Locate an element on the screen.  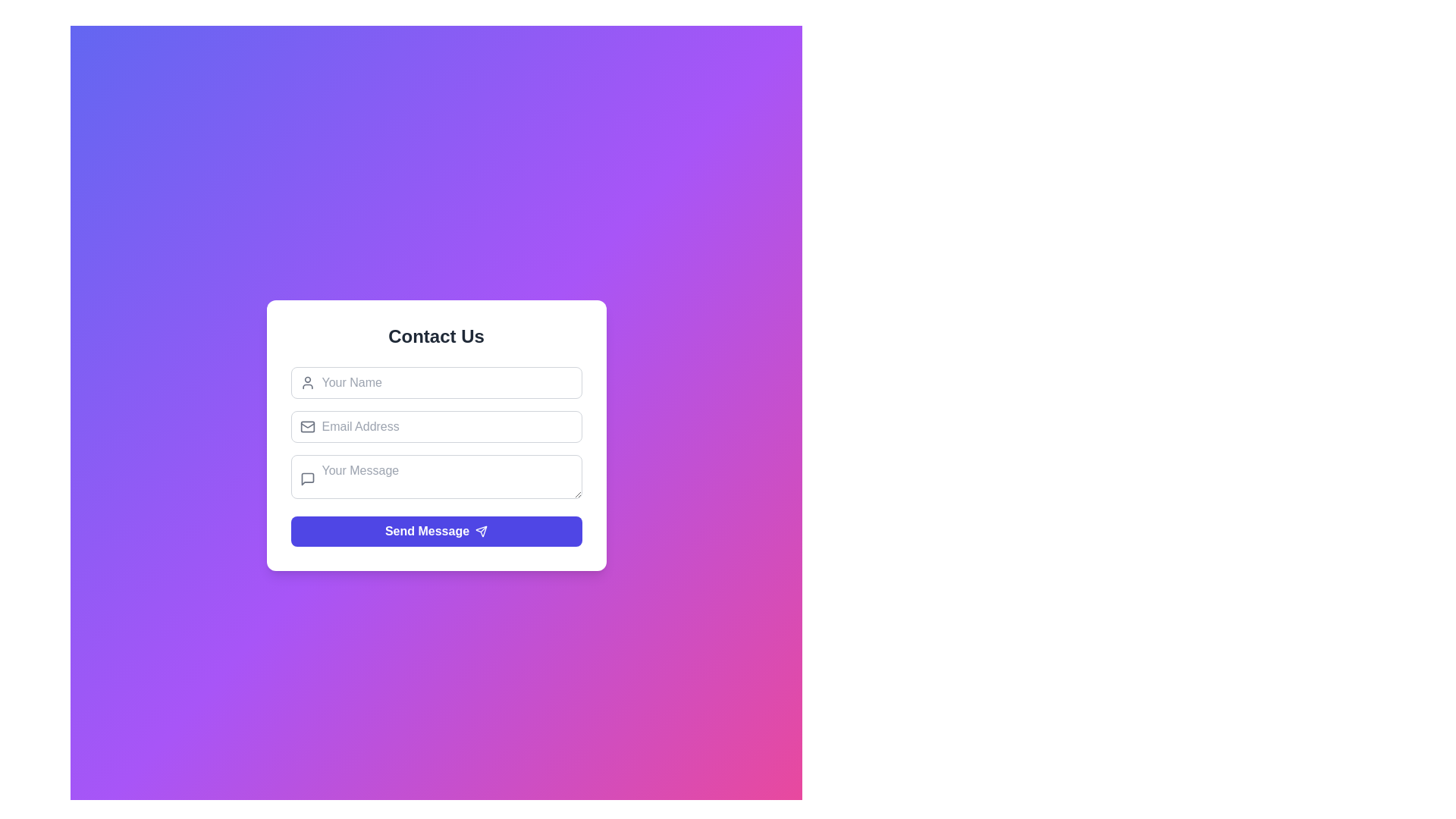
the triangular graphical vector icon representing a send indicator located at the bottom-right corner of the 'Send Message' button is located at coordinates (481, 531).